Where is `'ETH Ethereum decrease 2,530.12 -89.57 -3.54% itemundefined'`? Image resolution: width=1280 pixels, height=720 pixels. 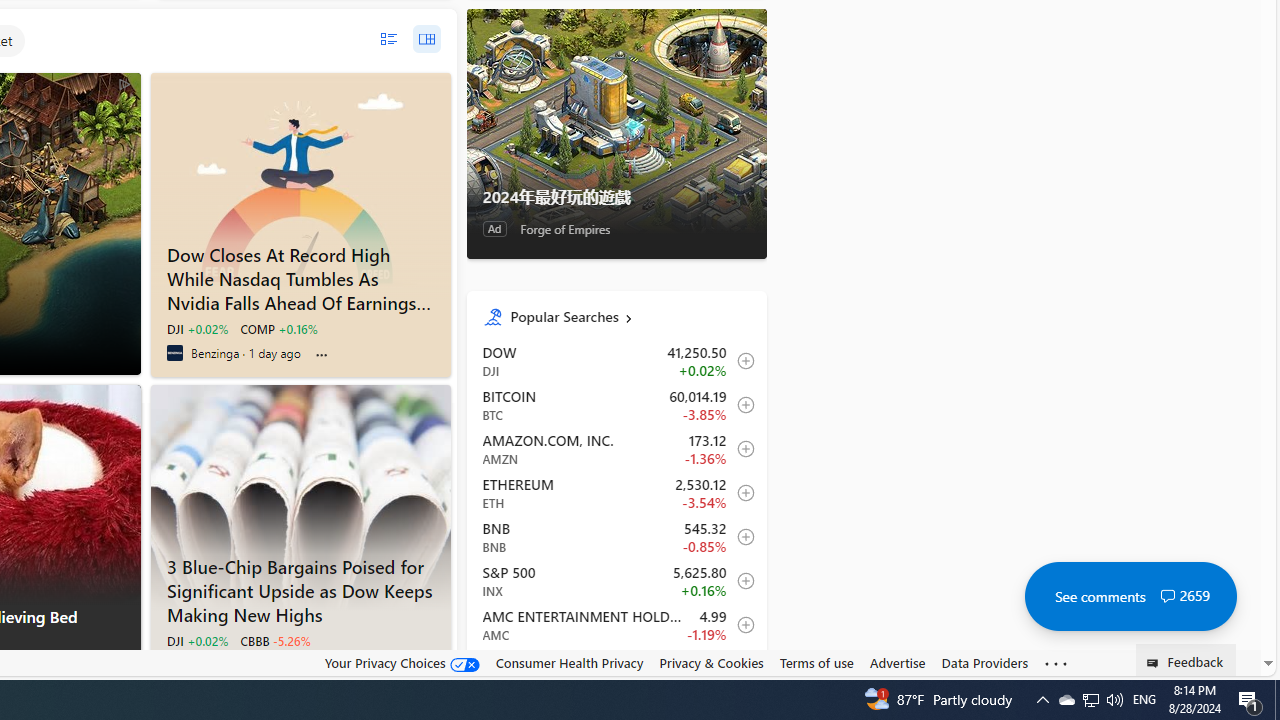
'ETH Ethereum decrease 2,530.12 -89.57 -3.54% itemundefined' is located at coordinates (615, 492).